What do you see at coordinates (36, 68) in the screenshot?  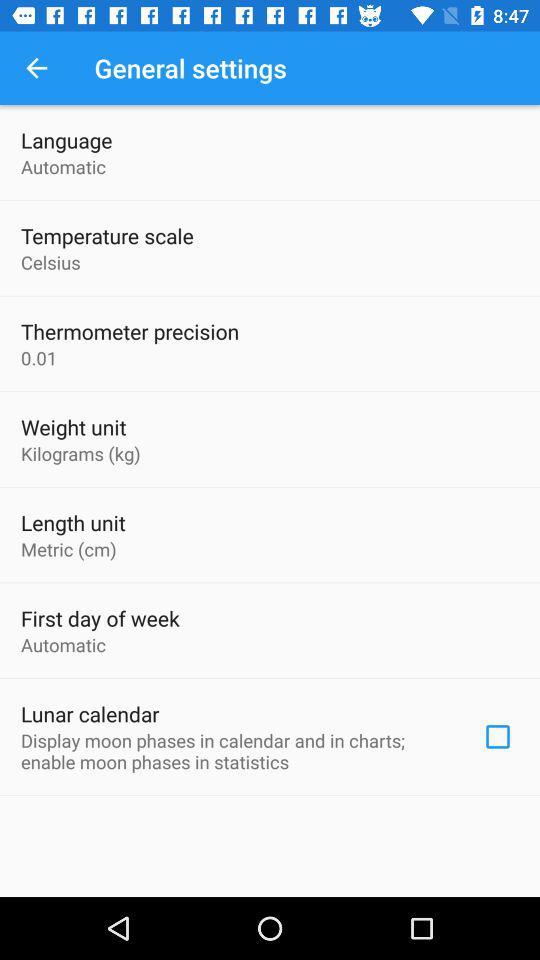 I see `the app next to the general settings` at bounding box center [36, 68].